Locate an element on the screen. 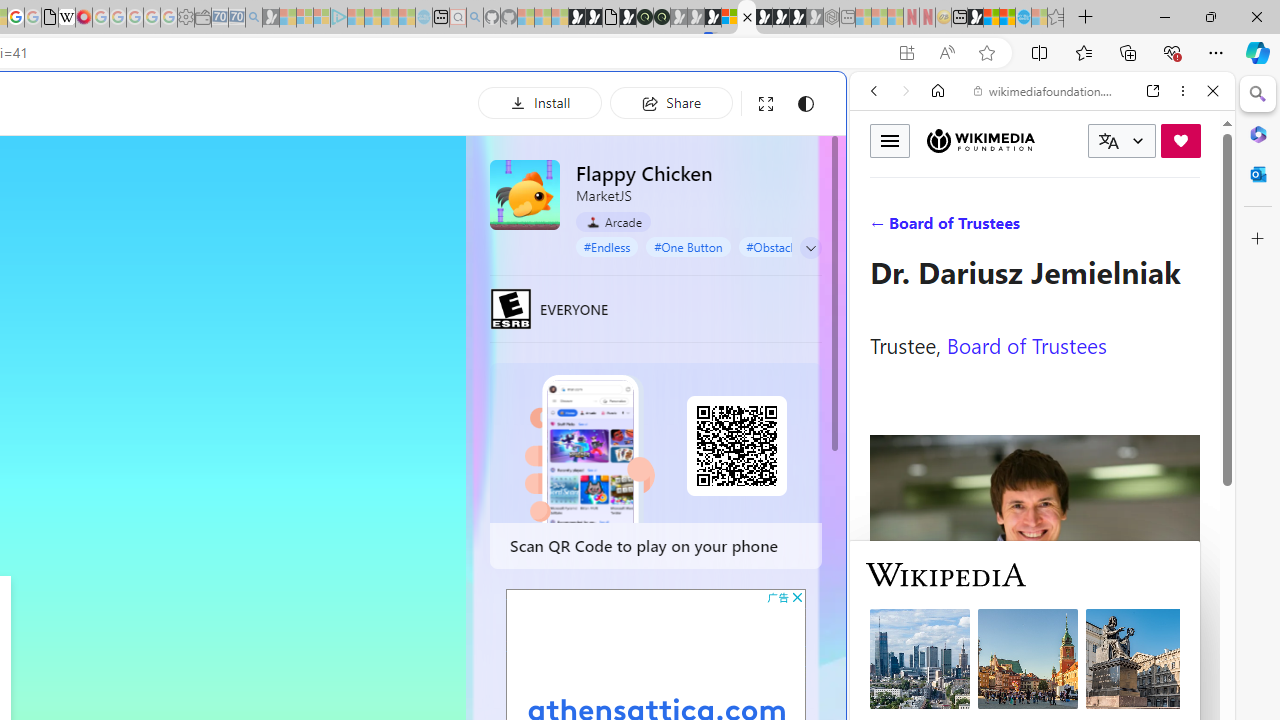  'Add this page to favorites (Ctrl+D)' is located at coordinates (986, 52).